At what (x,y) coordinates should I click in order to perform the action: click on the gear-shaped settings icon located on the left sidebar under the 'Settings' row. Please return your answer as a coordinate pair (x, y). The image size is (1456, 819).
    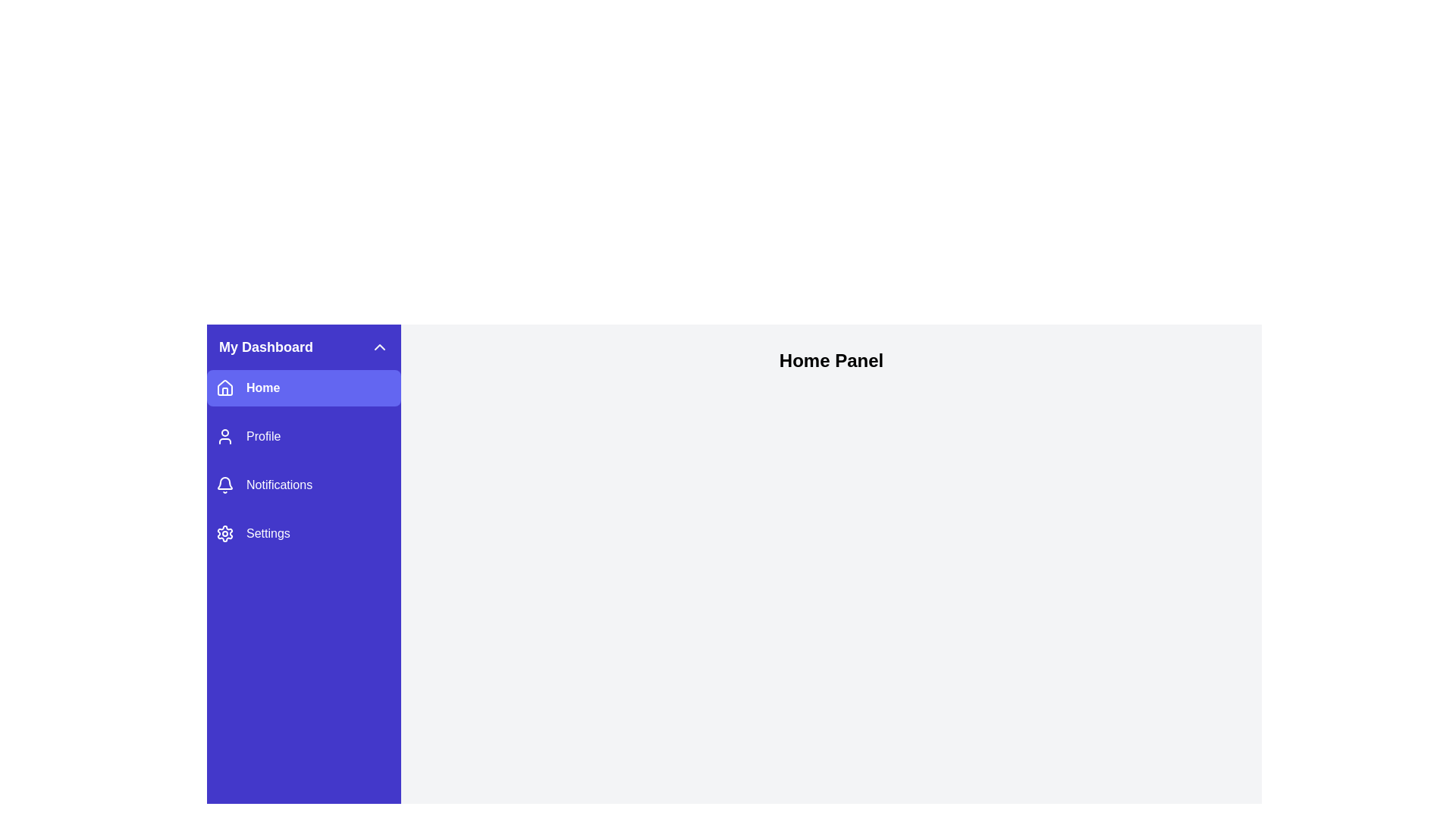
    Looking at the image, I should click on (224, 533).